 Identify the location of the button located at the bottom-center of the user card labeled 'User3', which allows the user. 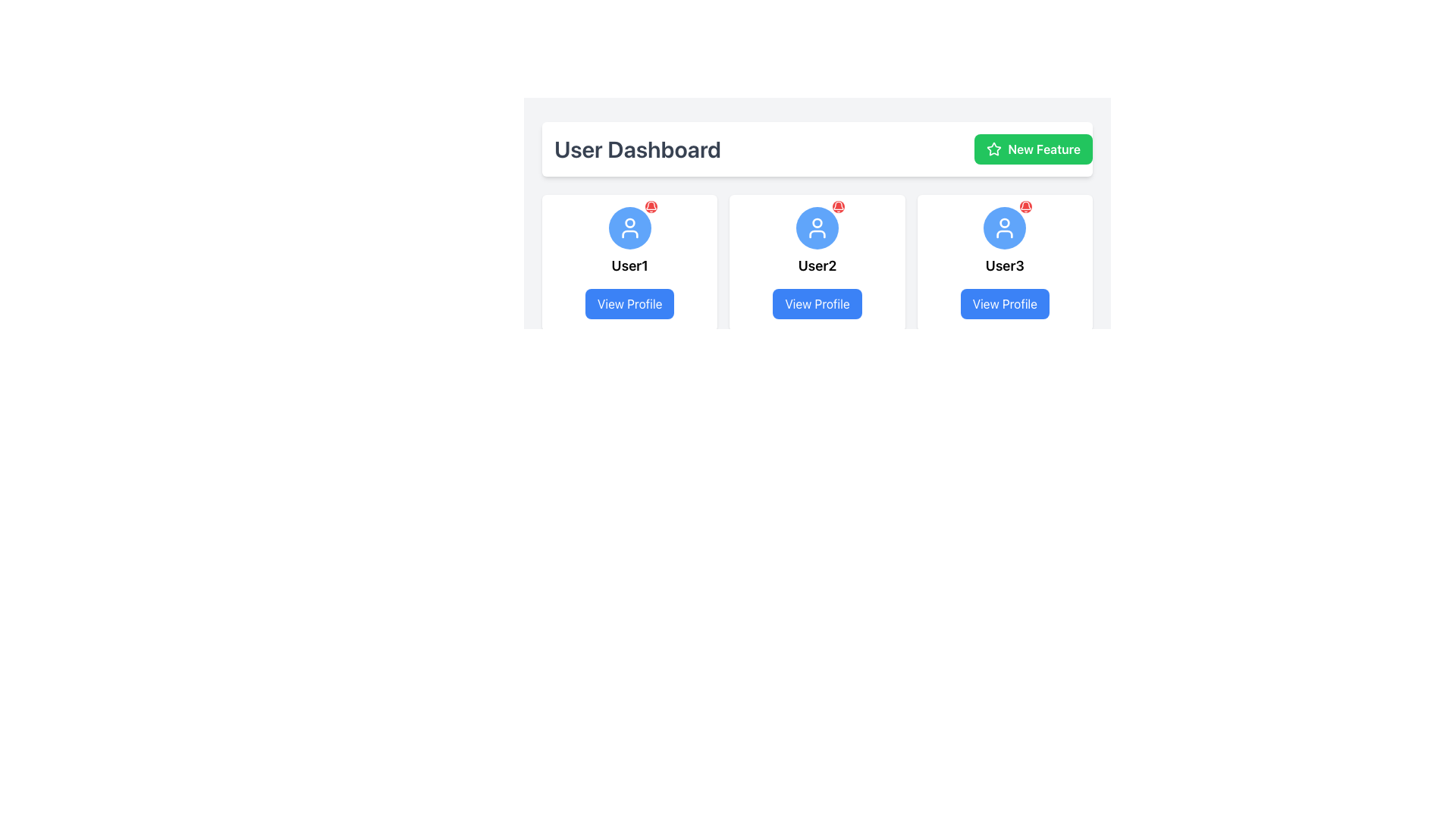
(1005, 304).